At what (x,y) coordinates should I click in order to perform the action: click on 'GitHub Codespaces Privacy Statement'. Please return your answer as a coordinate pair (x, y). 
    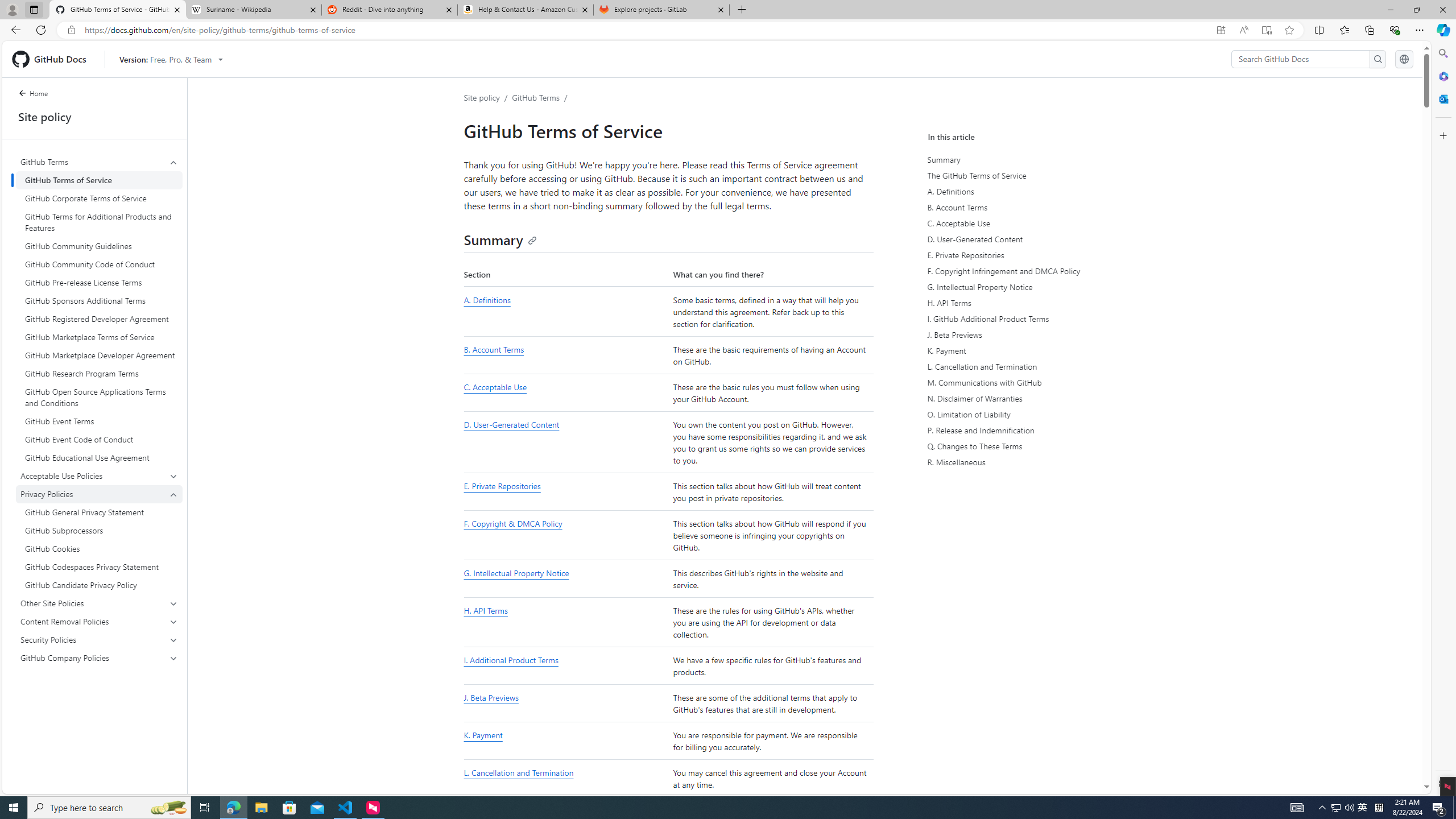
    Looking at the image, I should click on (99, 566).